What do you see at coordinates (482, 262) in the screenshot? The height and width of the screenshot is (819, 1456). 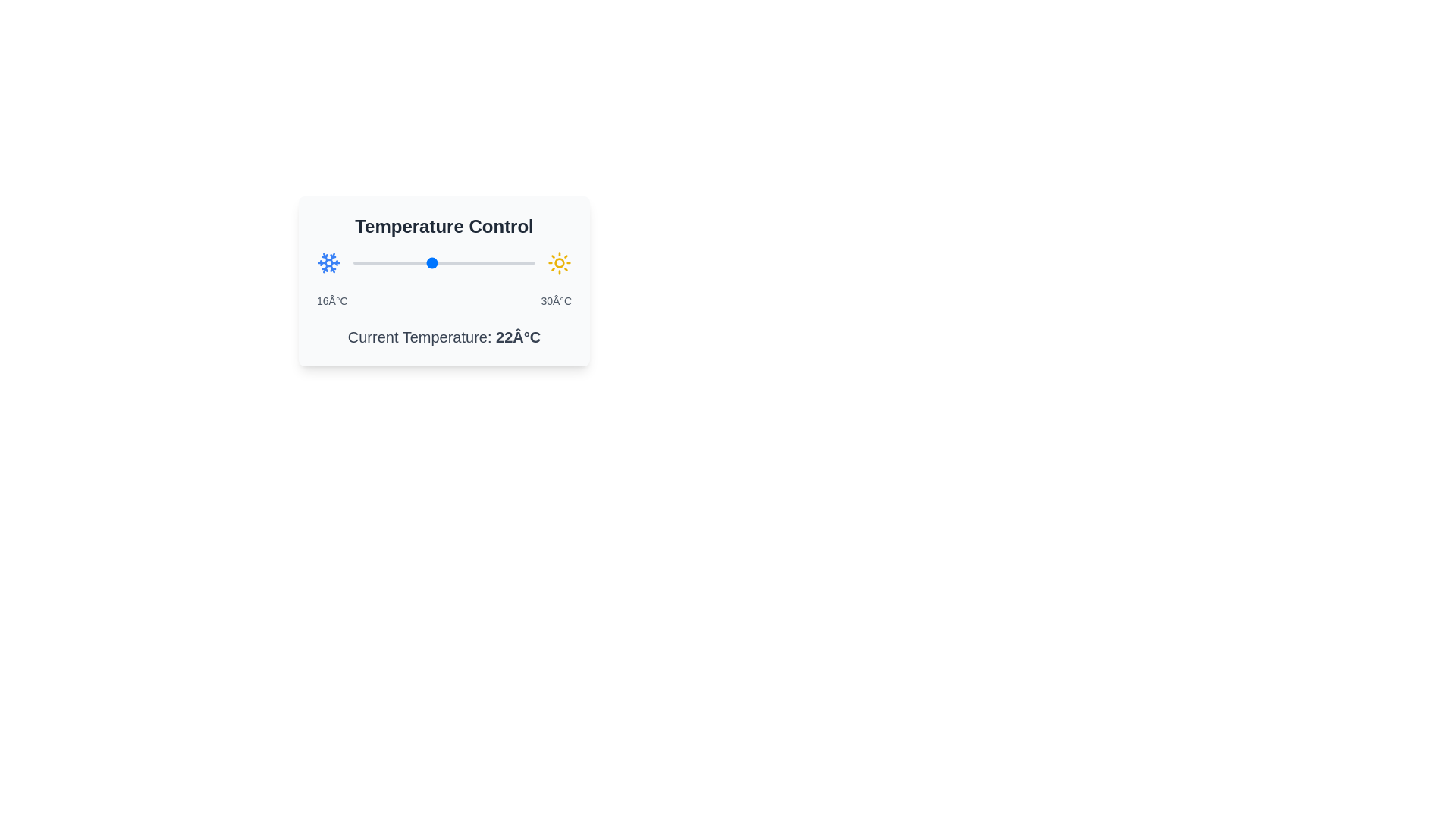 I see `the temperature to 26°C using the slider` at bounding box center [482, 262].